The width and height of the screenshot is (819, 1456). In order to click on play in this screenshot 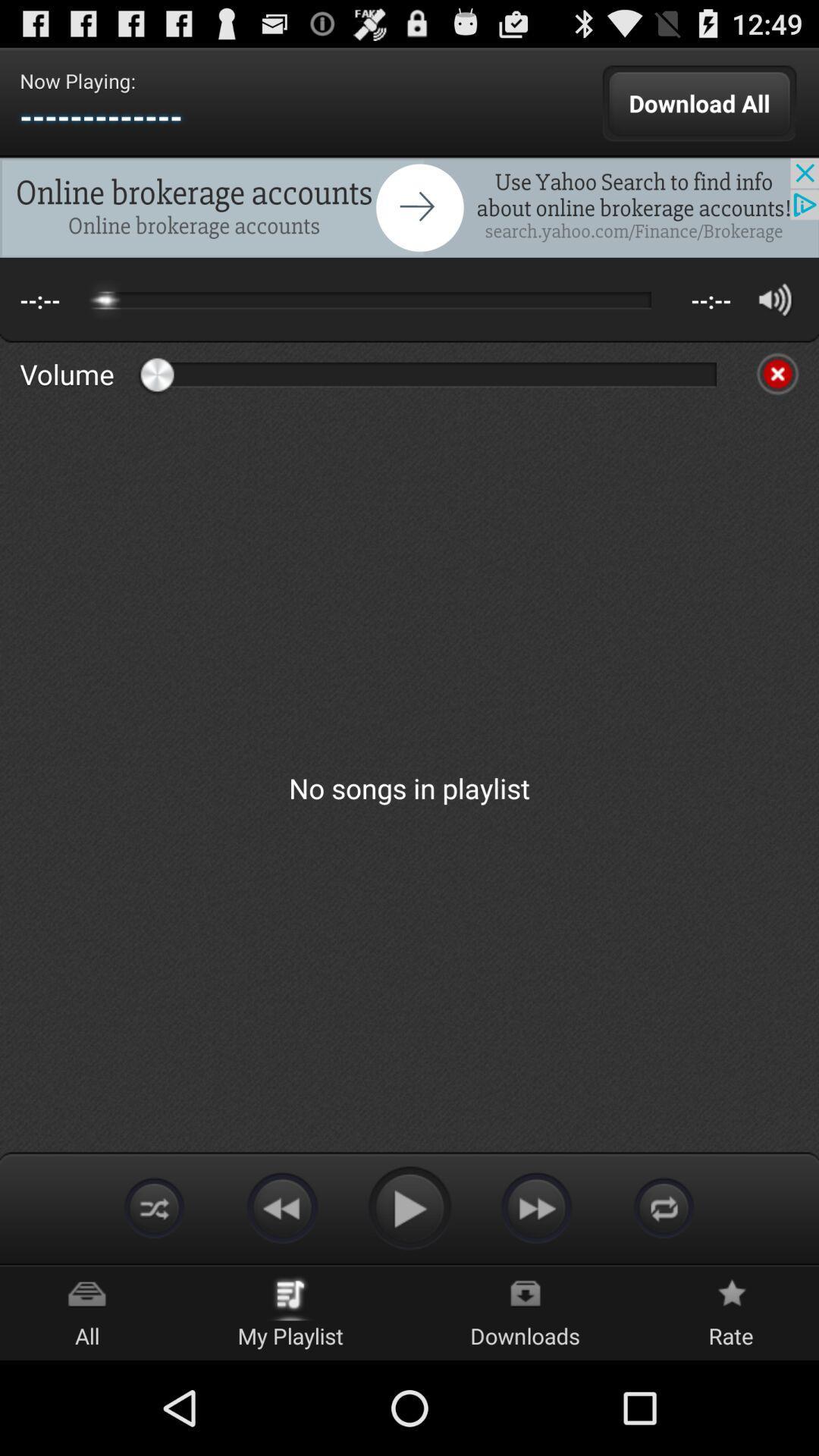, I will do `click(409, 1207)`.